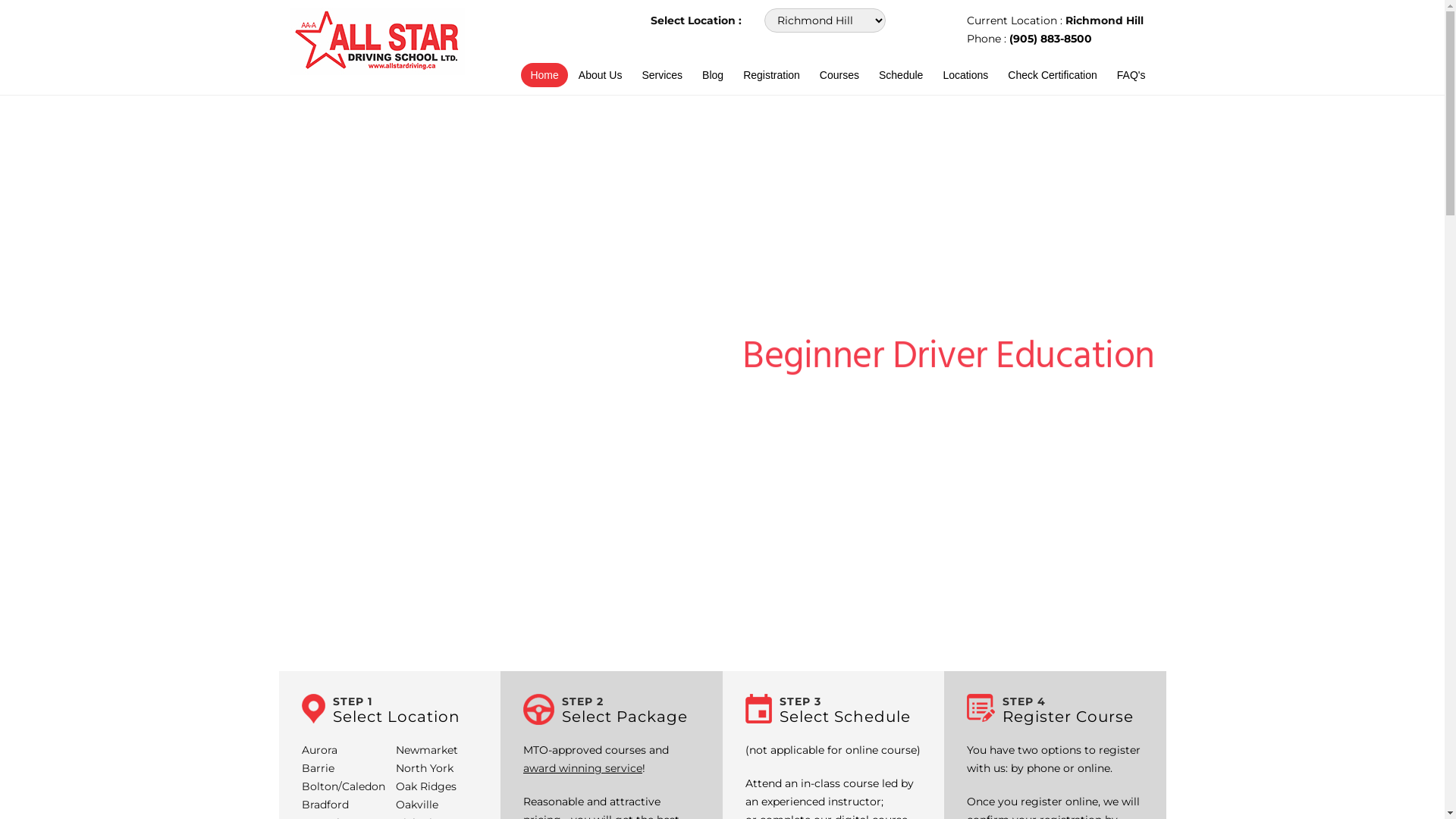 This screenshot has width=1456, height=819. What do you see at coordinates (692, 75) in the screenshot?
I see `'Blog'` at bounding box center [692, 75].